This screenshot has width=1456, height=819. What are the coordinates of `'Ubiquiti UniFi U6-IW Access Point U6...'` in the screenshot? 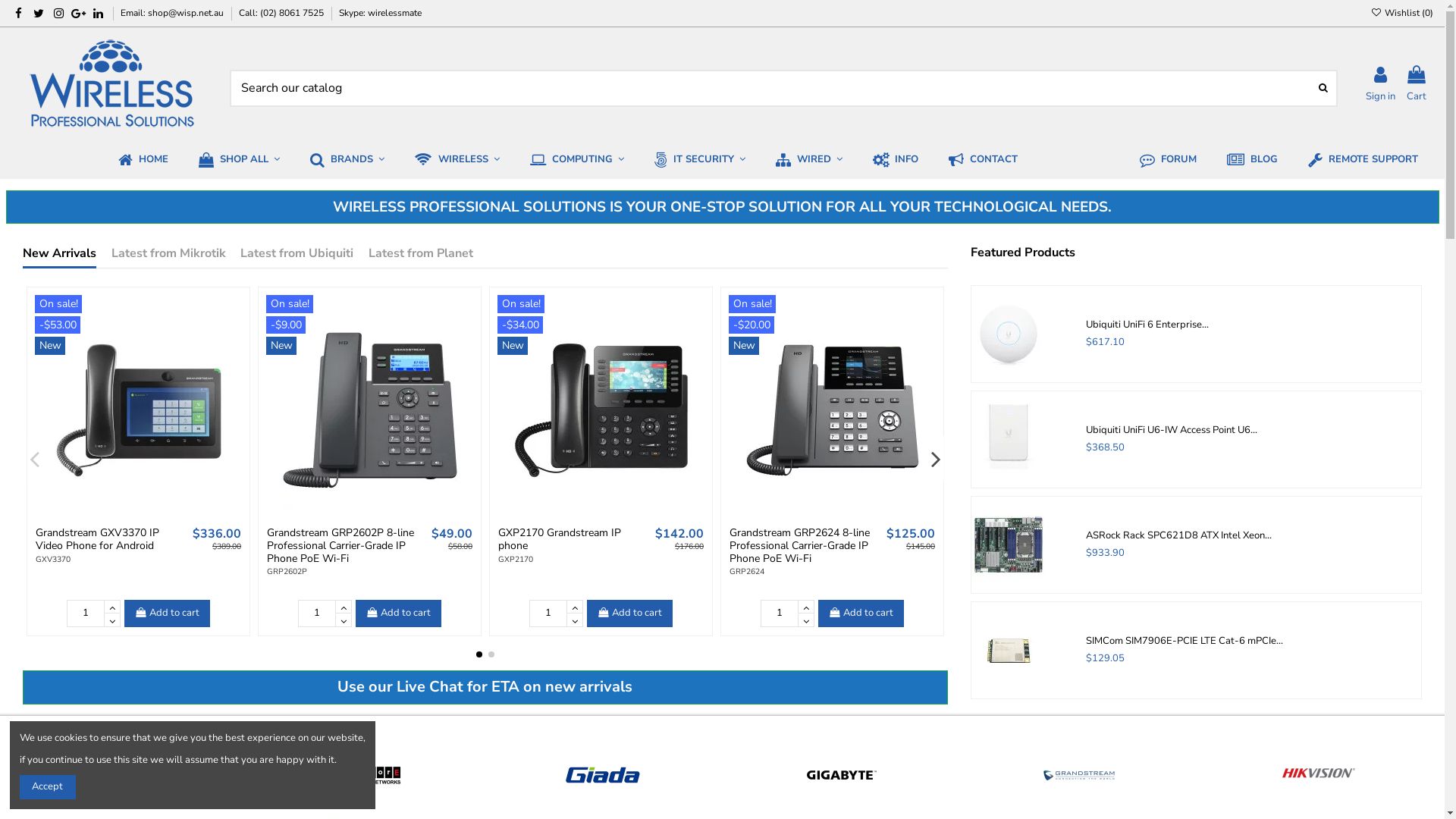 It's located at (1084, 430).